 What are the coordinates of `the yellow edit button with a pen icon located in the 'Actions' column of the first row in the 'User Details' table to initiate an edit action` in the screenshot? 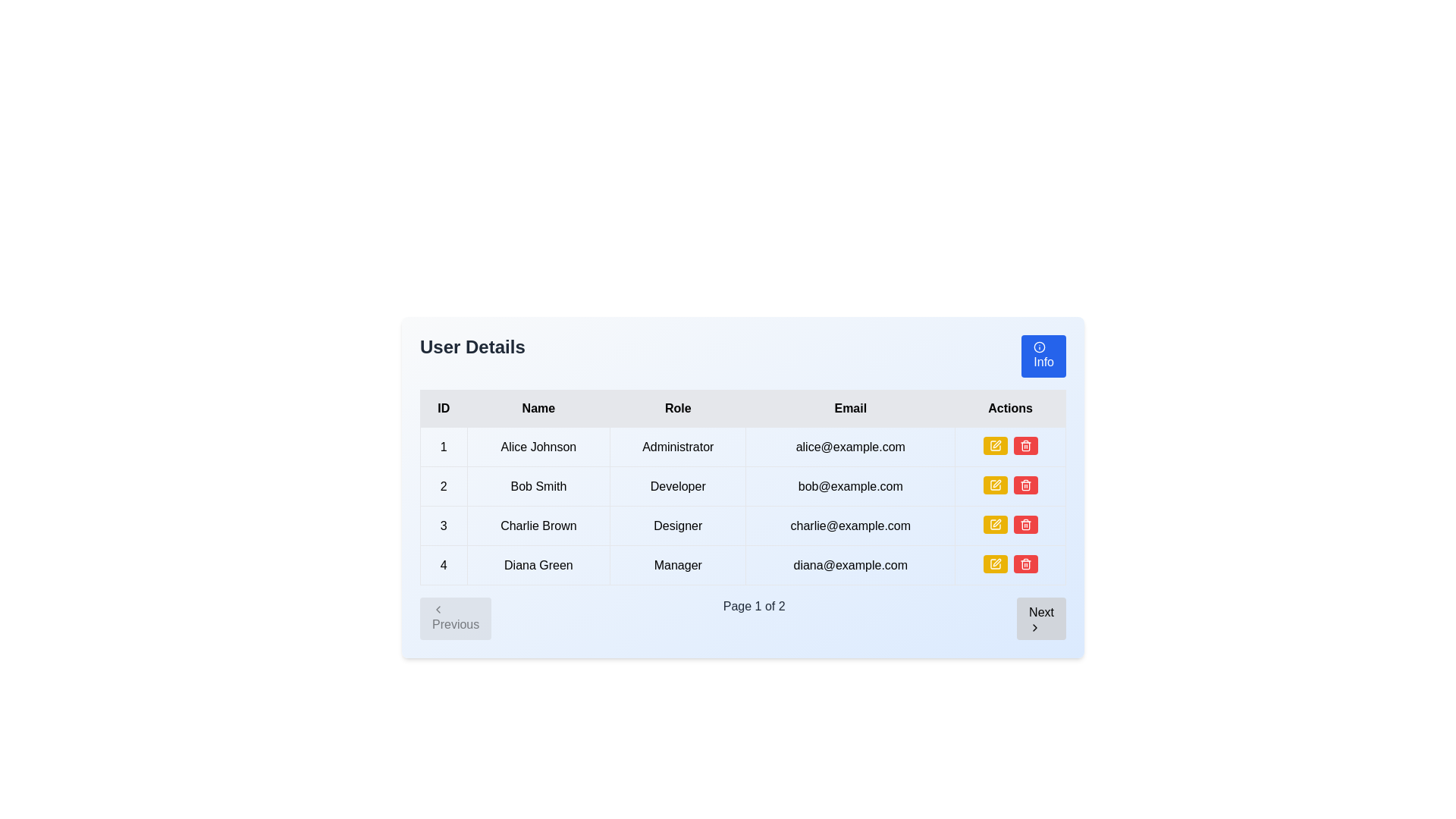 It's located at (995, 444).